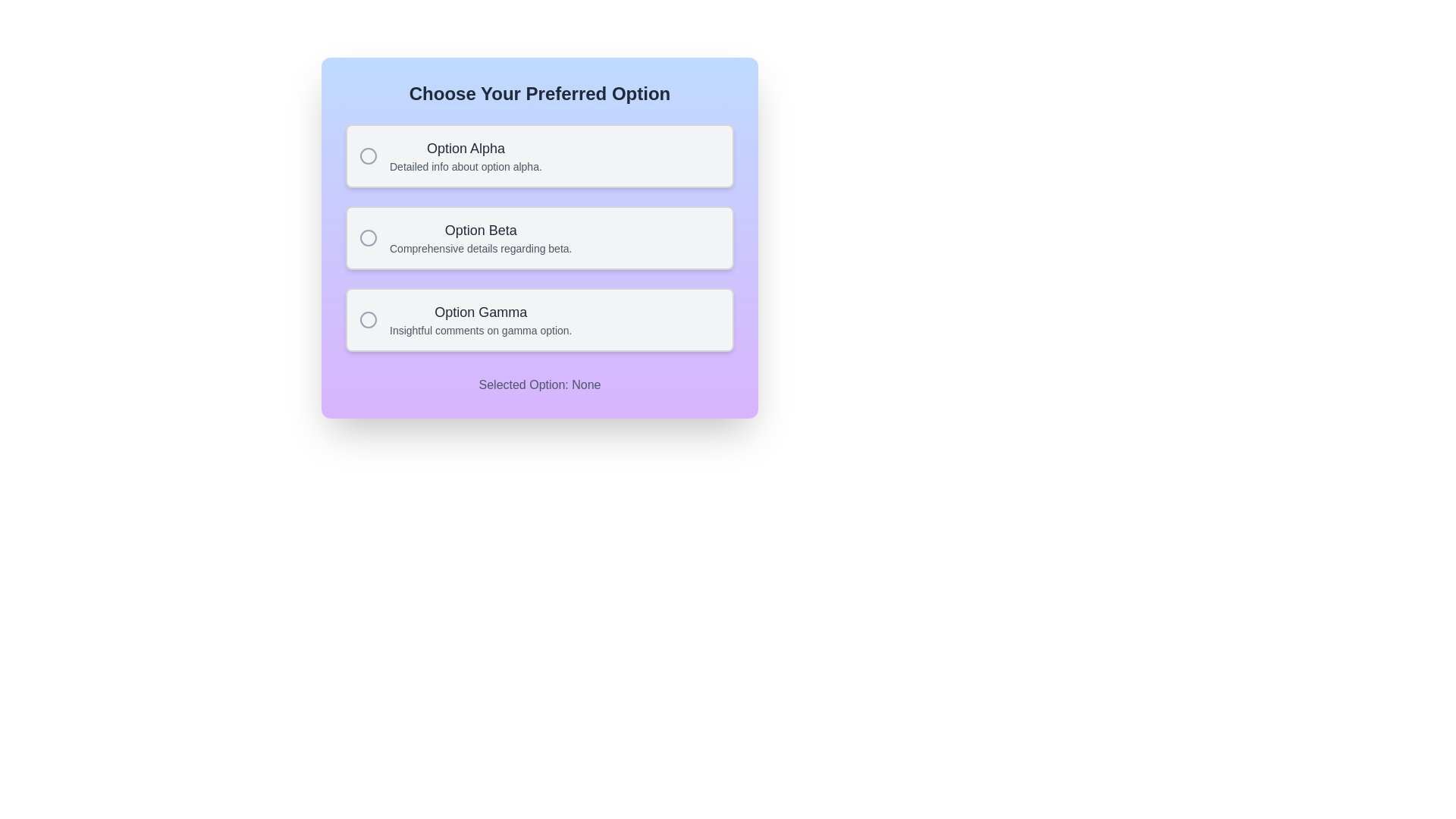 The width and height of the screenshot is (1456, 819). I want to click on information presented in the small gray text label located below the 'Option Gamma' label within the third selection box, so click(480, 329).